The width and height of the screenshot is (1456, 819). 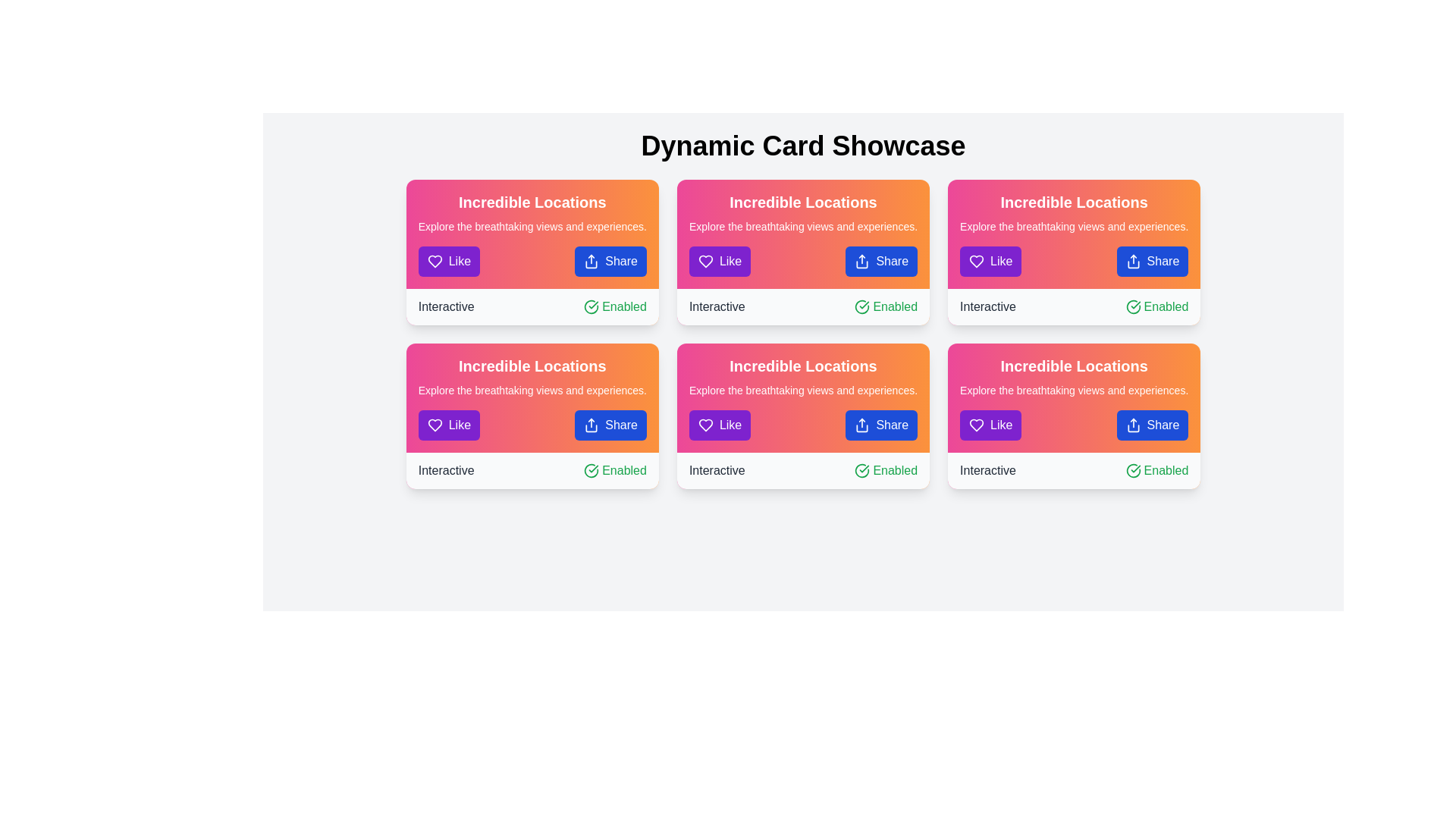 I want to click on the title text of the second card in the top row of the grid layout, so click(x=1073, y=201).